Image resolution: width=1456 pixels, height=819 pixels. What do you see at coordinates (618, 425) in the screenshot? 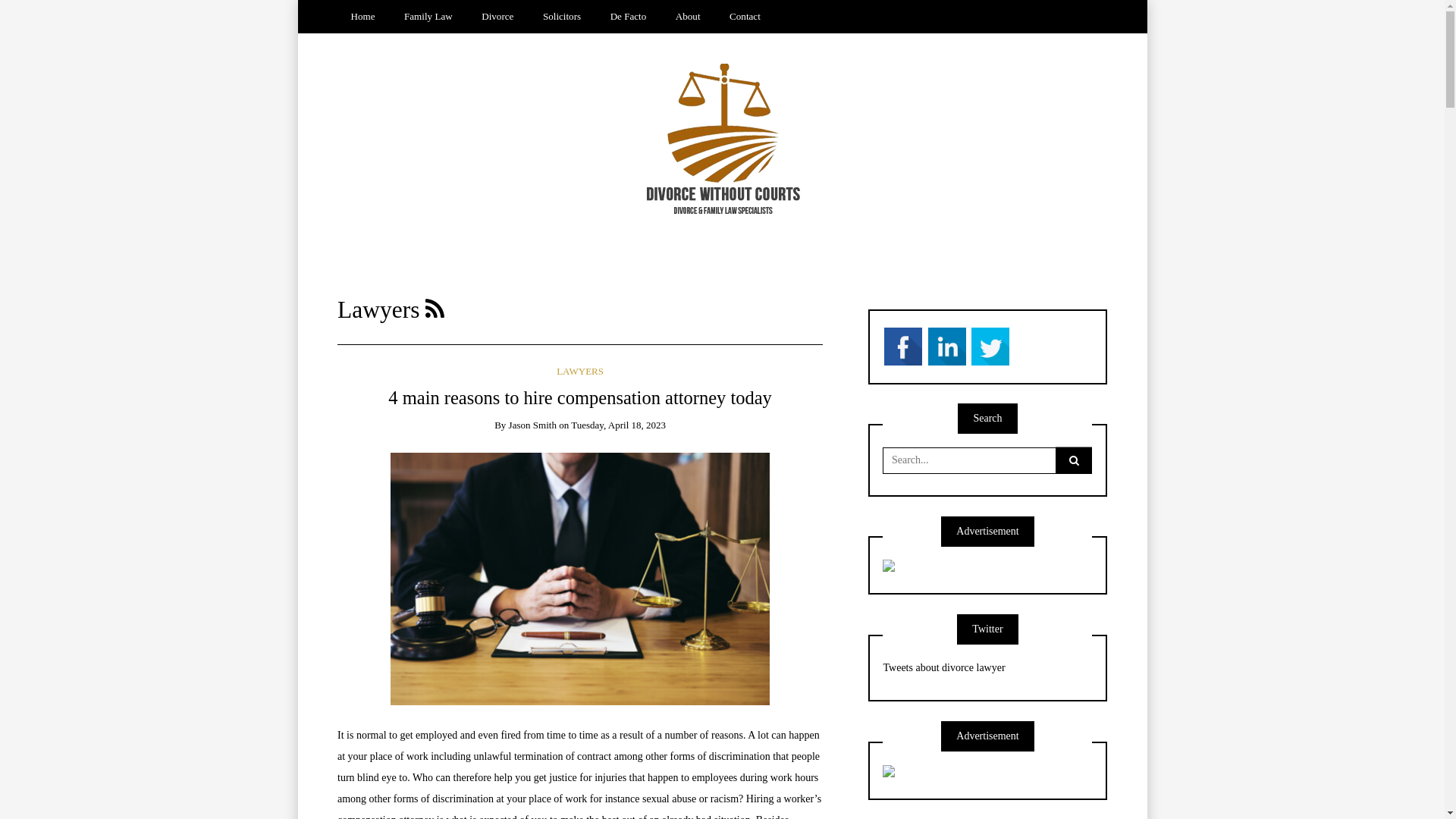
I see `'Tuesday, April 18, 2023'` at bounding box center [618, 425].